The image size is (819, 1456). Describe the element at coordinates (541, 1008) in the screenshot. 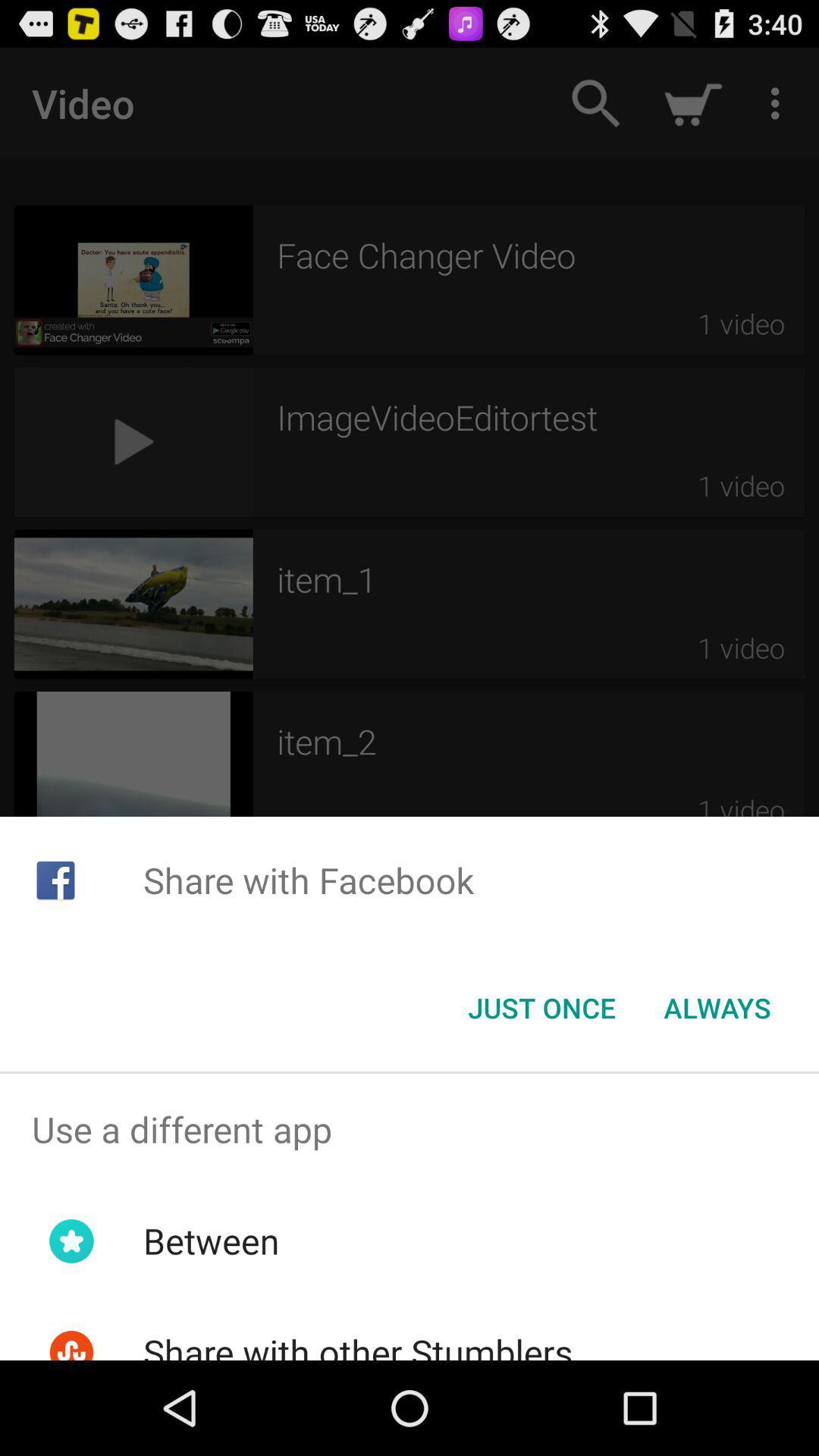

I see `item to the left of the always button` at that location.